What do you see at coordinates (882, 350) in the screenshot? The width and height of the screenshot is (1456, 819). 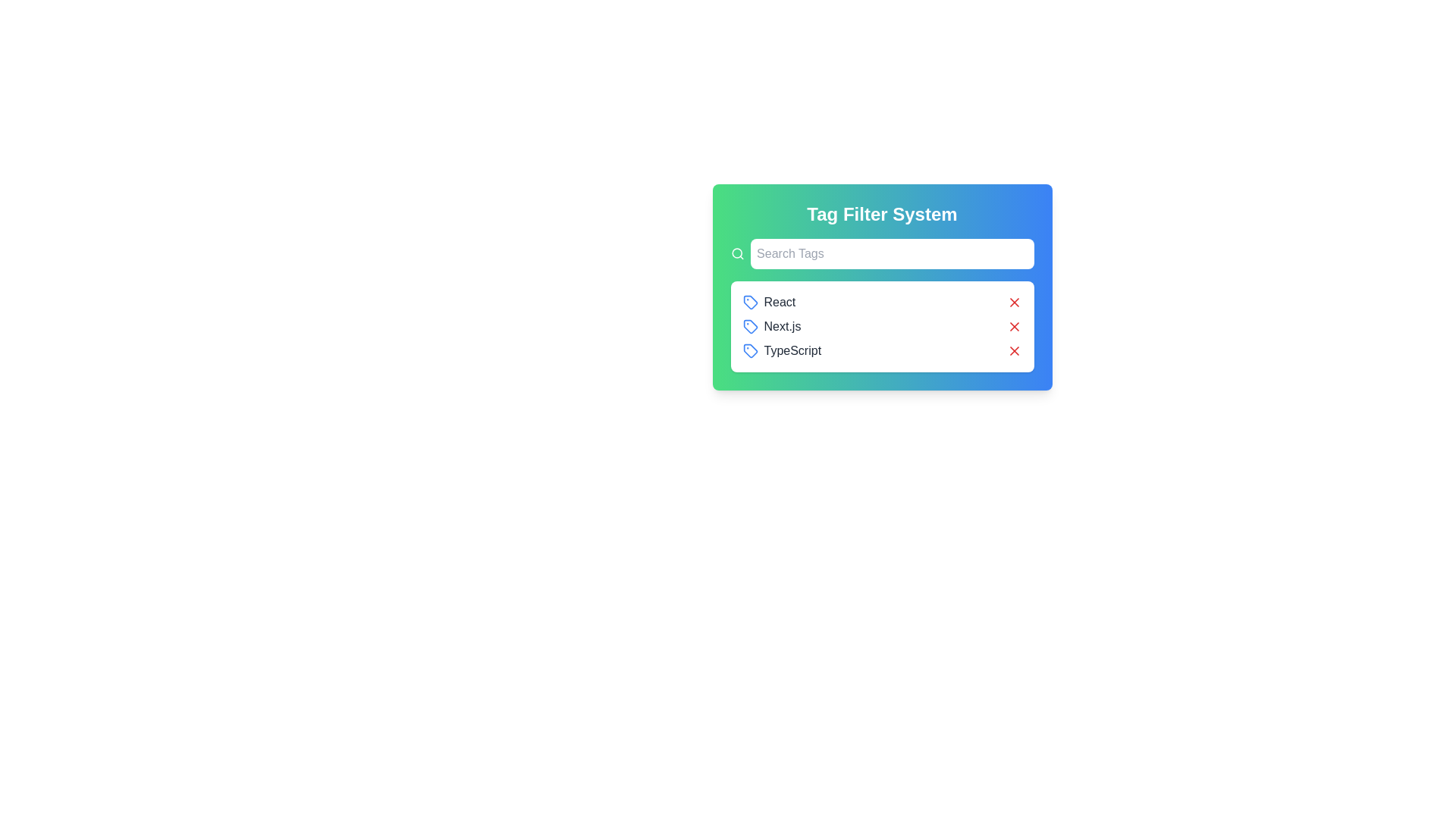 I see `the third row in the vertical list labeled 'TypeScript' by tapping anywhere within the element` at bounding box center [882, 350].